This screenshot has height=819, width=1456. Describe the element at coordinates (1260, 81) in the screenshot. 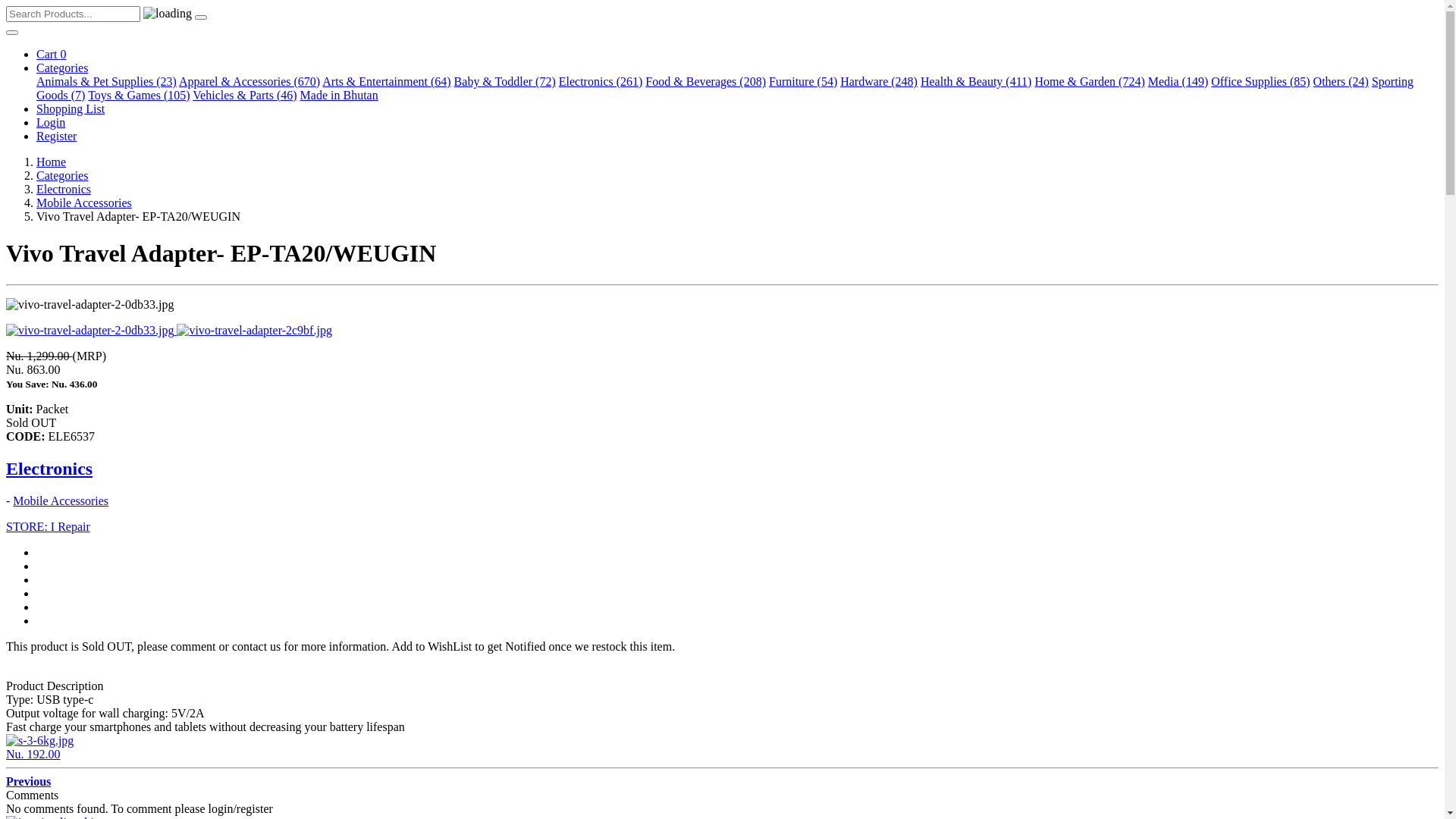

I see `'Office Supplies (85)'` at that location.